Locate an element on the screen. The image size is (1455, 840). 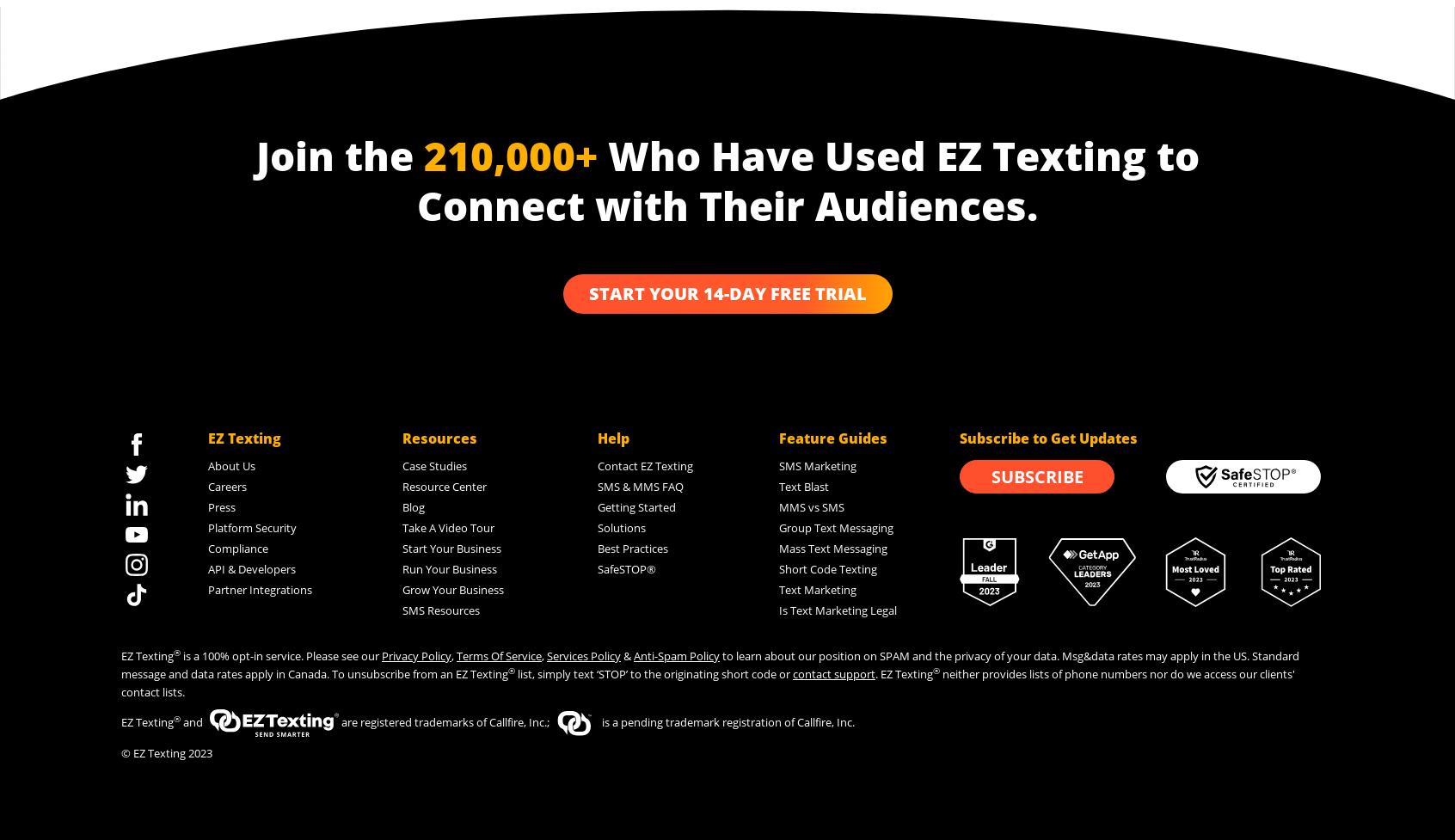
'Who Have Used EZ Texting to Connect with Their Audiences.' is located at coordinates (415, 178).